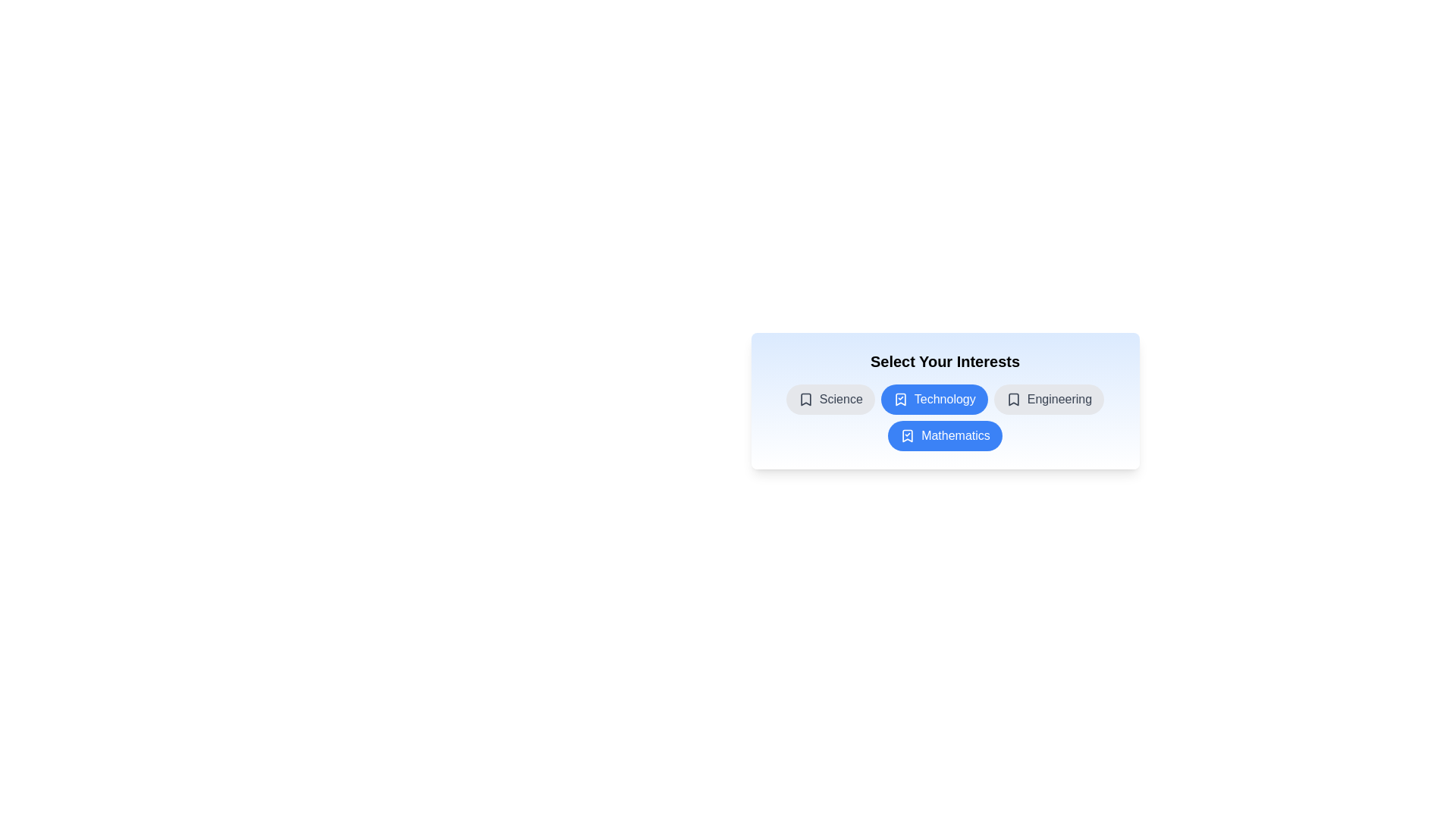 The width and height of the screenshot is (1456, 819). I want to click on the chip labeled Engineering, so click(1047, 399).